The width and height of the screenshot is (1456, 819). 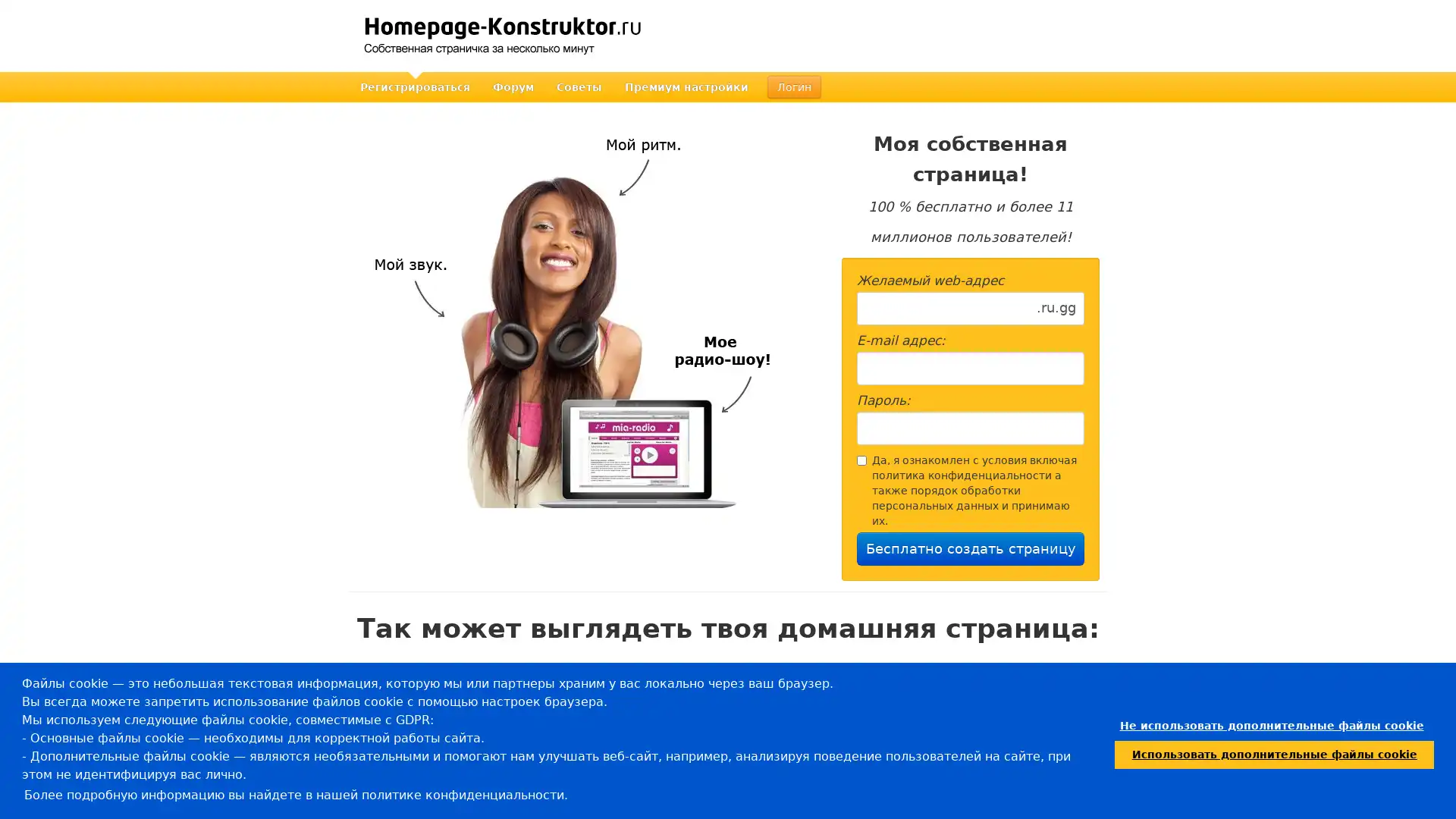 What do you see at coordinates (1271, 725) in the screenshot?
I see `dismiss cookie message` at bounding box center [1271, 725].